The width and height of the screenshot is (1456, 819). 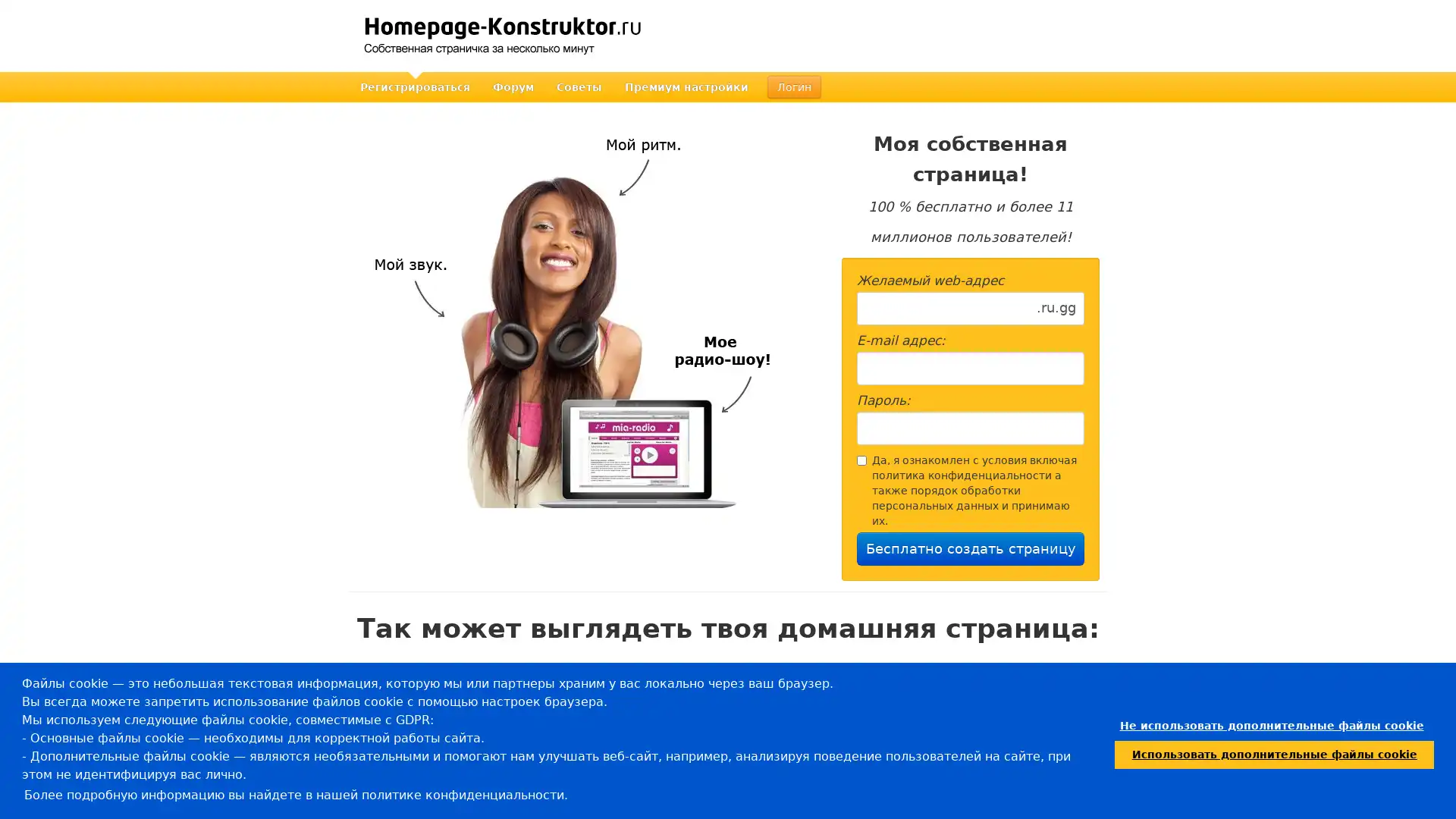 What do you see at coordinates (1271, 725) in the screenshot?
I see `dismiss cookie message` at bounding box center [1271, 725].